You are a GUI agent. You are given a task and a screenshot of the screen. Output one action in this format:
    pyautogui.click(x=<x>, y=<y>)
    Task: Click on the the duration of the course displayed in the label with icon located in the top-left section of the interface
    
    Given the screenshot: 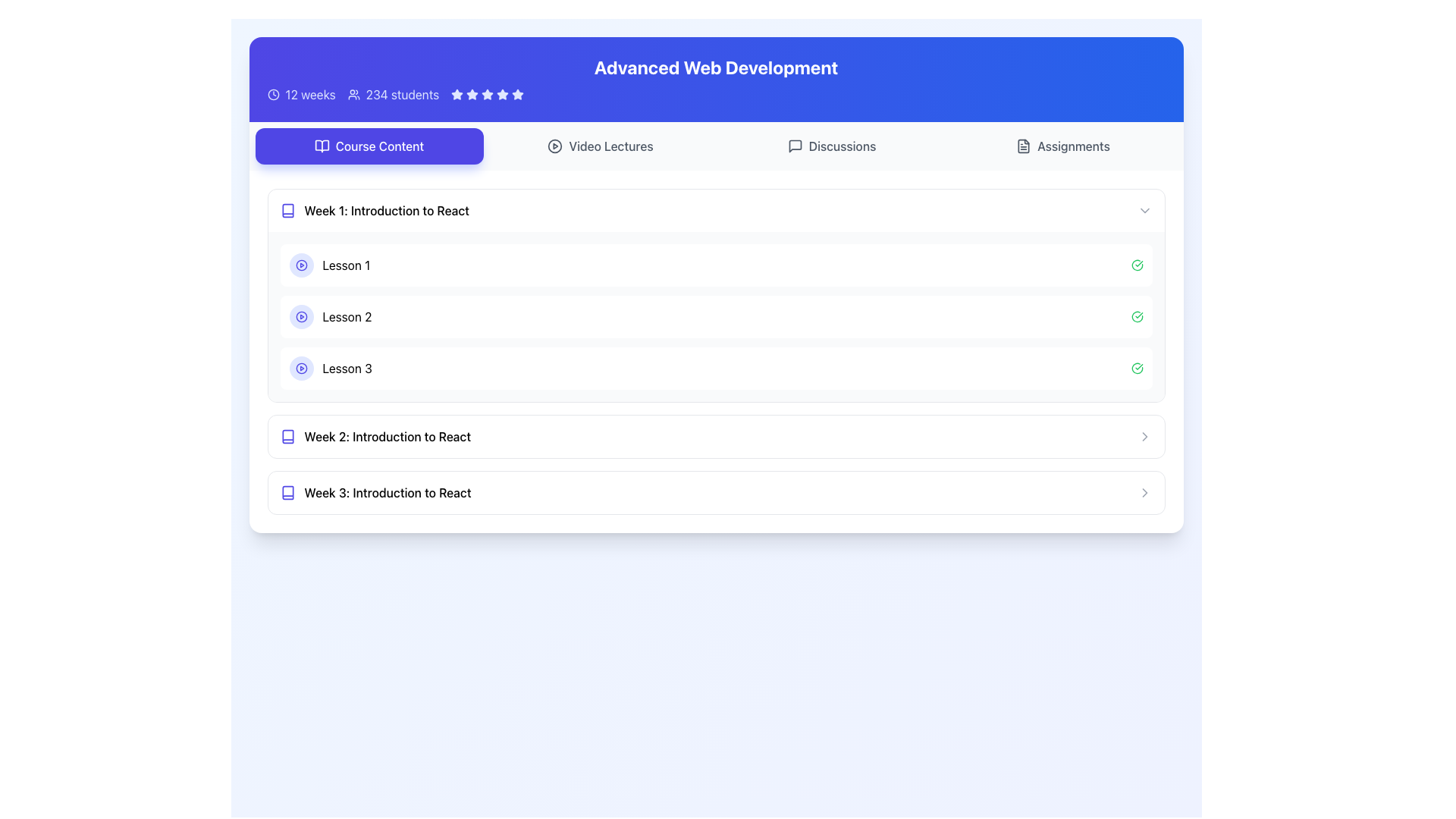 What is the action you would take?
    pyautogui.click(x=301, y=94)
    